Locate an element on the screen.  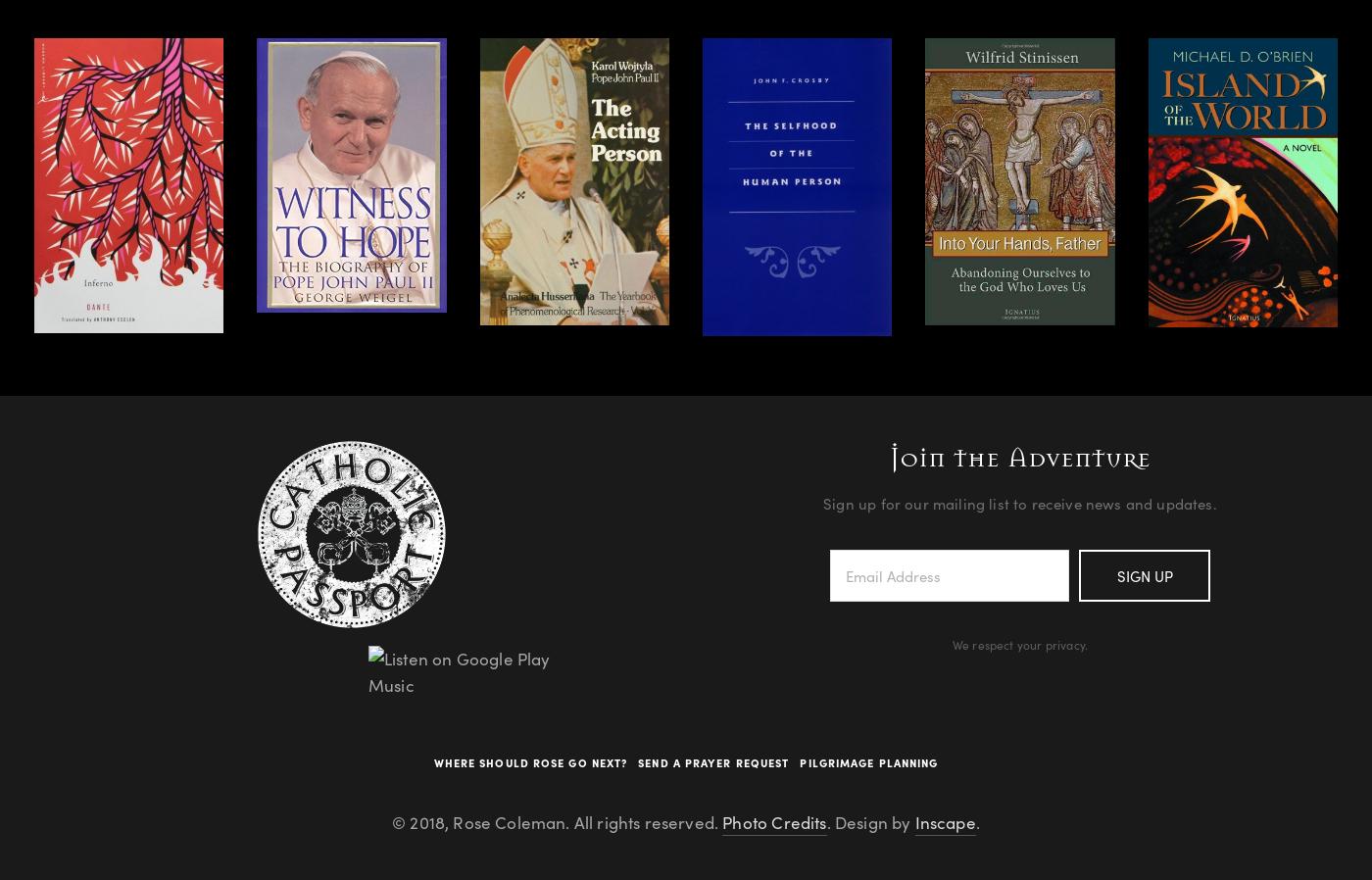
'Photo Credits' is located at coordinates (774, 822).